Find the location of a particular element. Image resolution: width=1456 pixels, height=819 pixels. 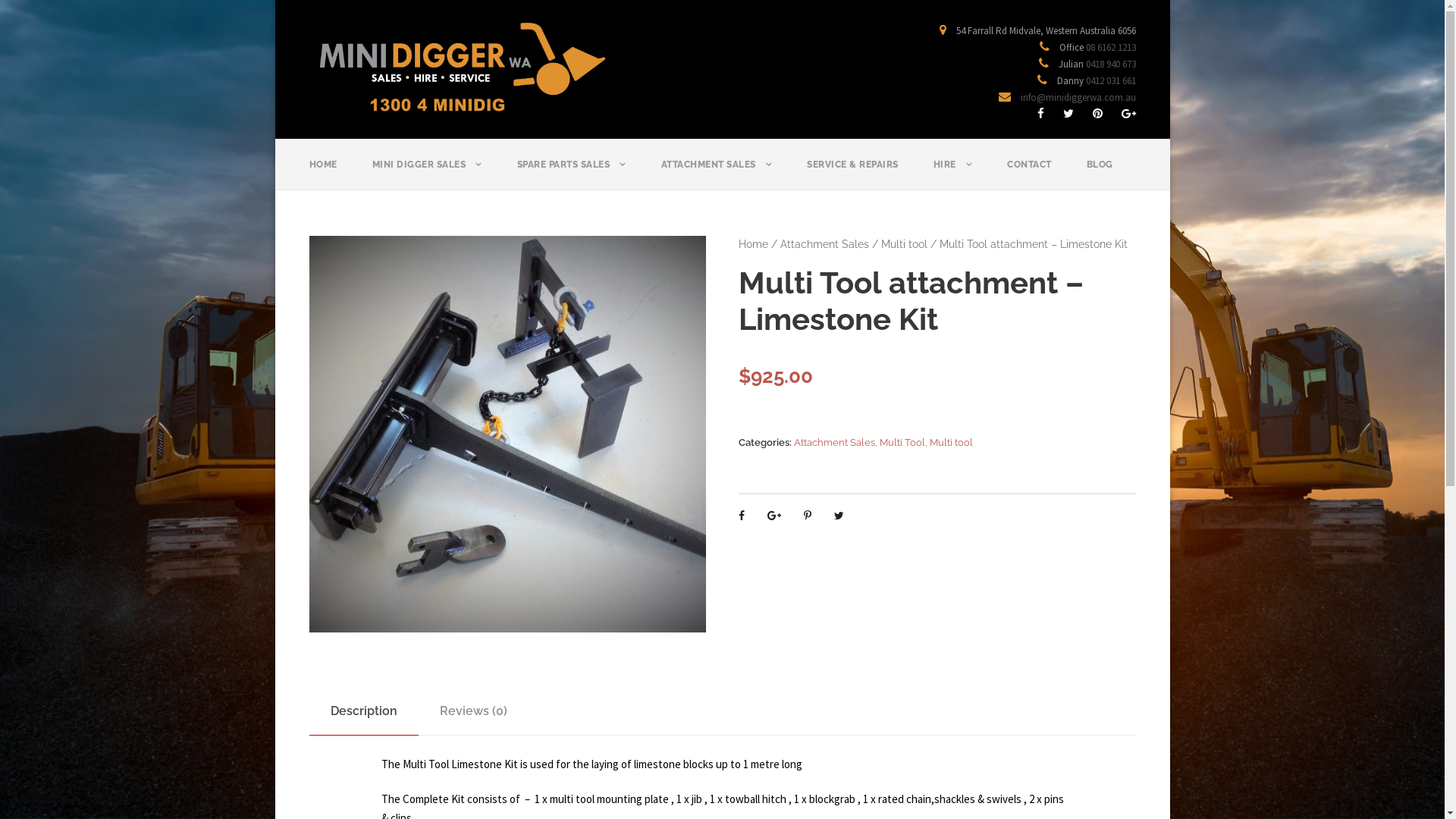

'Attachment Sales' is located at coordinates (824, 243).